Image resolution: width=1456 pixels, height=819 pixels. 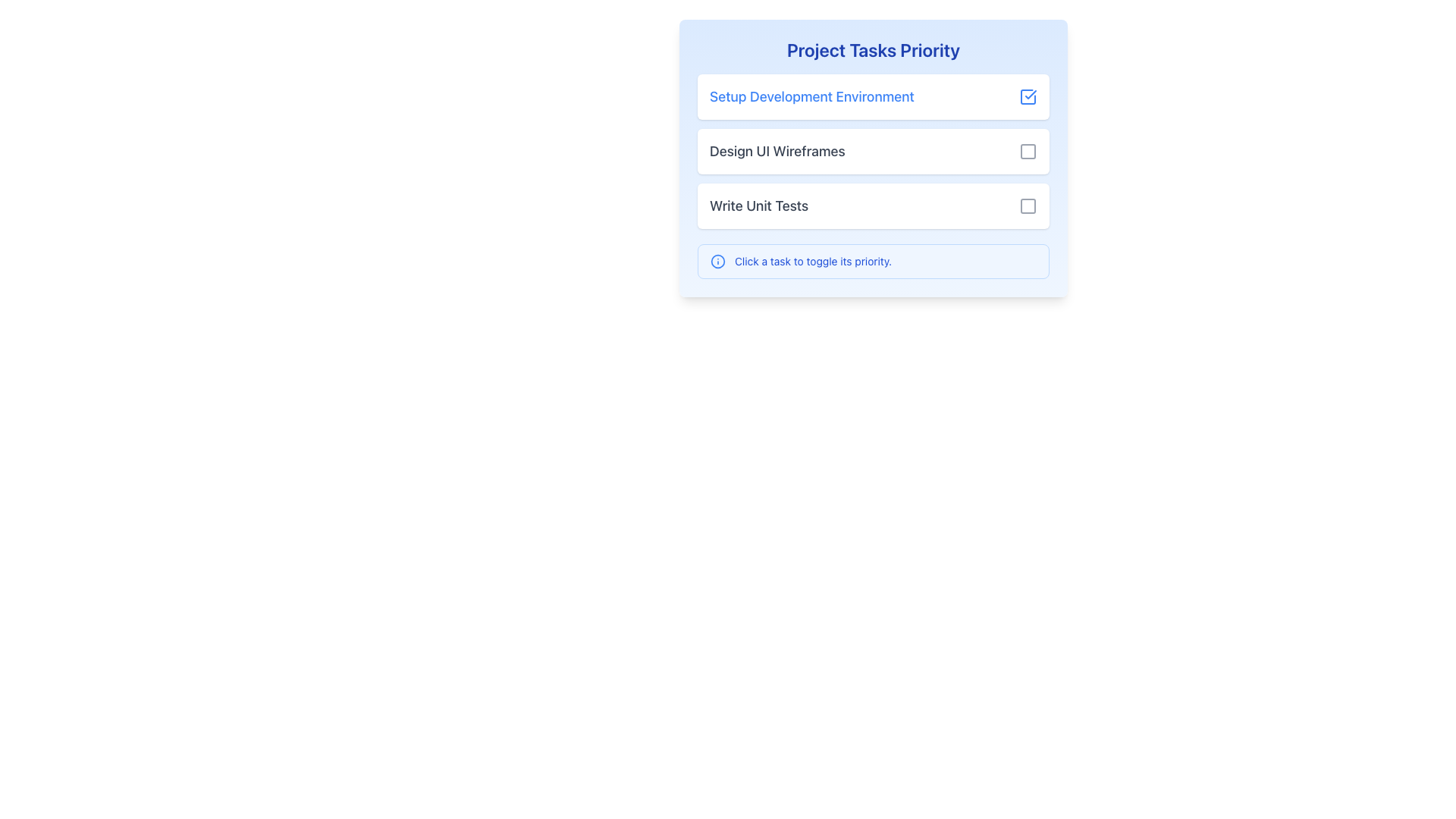 What do you see at coordinates (1028, 206) in the screenshot?
I see `the checkbox located to the far right of the 'Write Unit Tests' task entry` at bounding box center [1028, 206].